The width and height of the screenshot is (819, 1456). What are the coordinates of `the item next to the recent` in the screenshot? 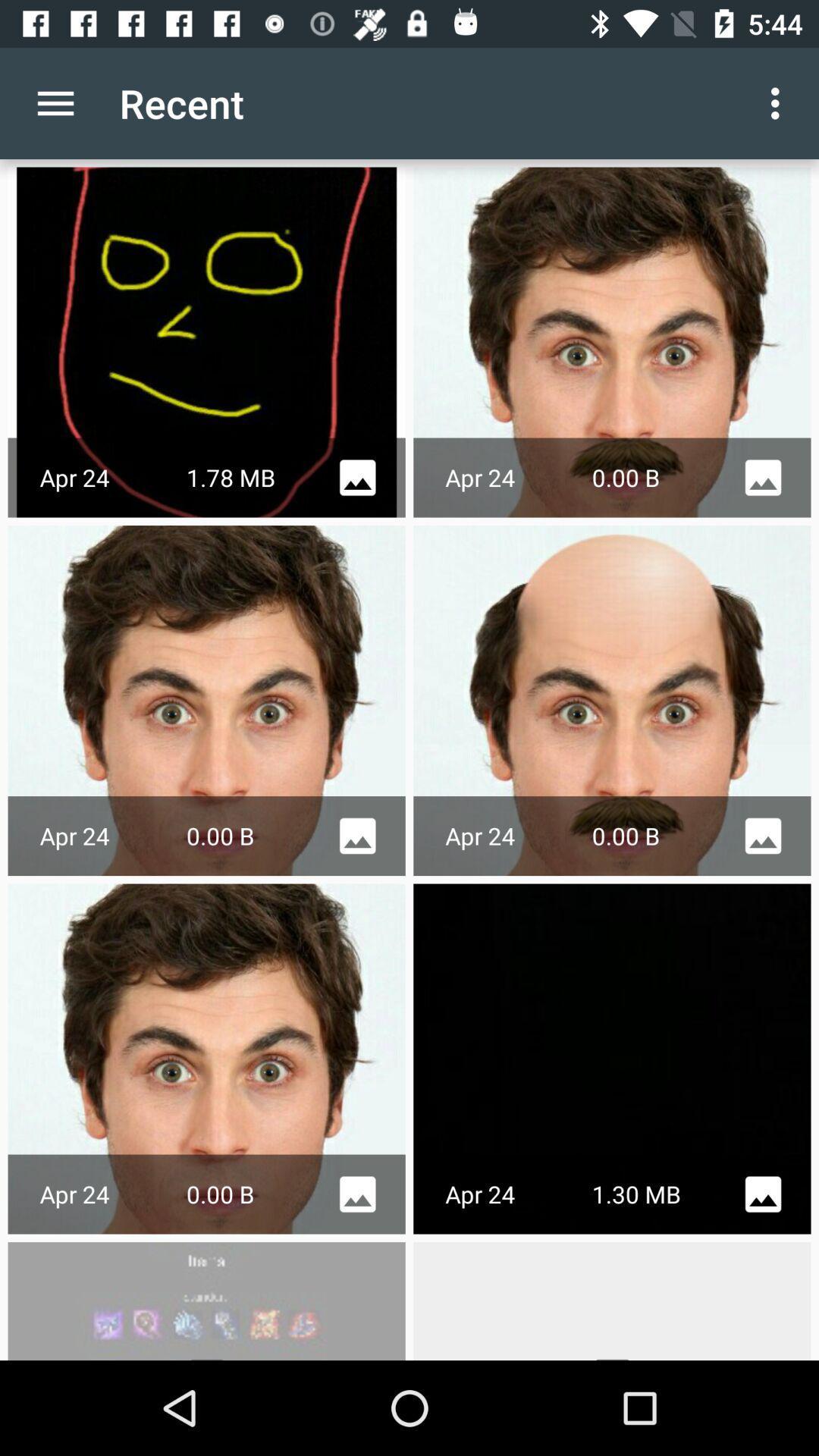 It's located at (55, 102).